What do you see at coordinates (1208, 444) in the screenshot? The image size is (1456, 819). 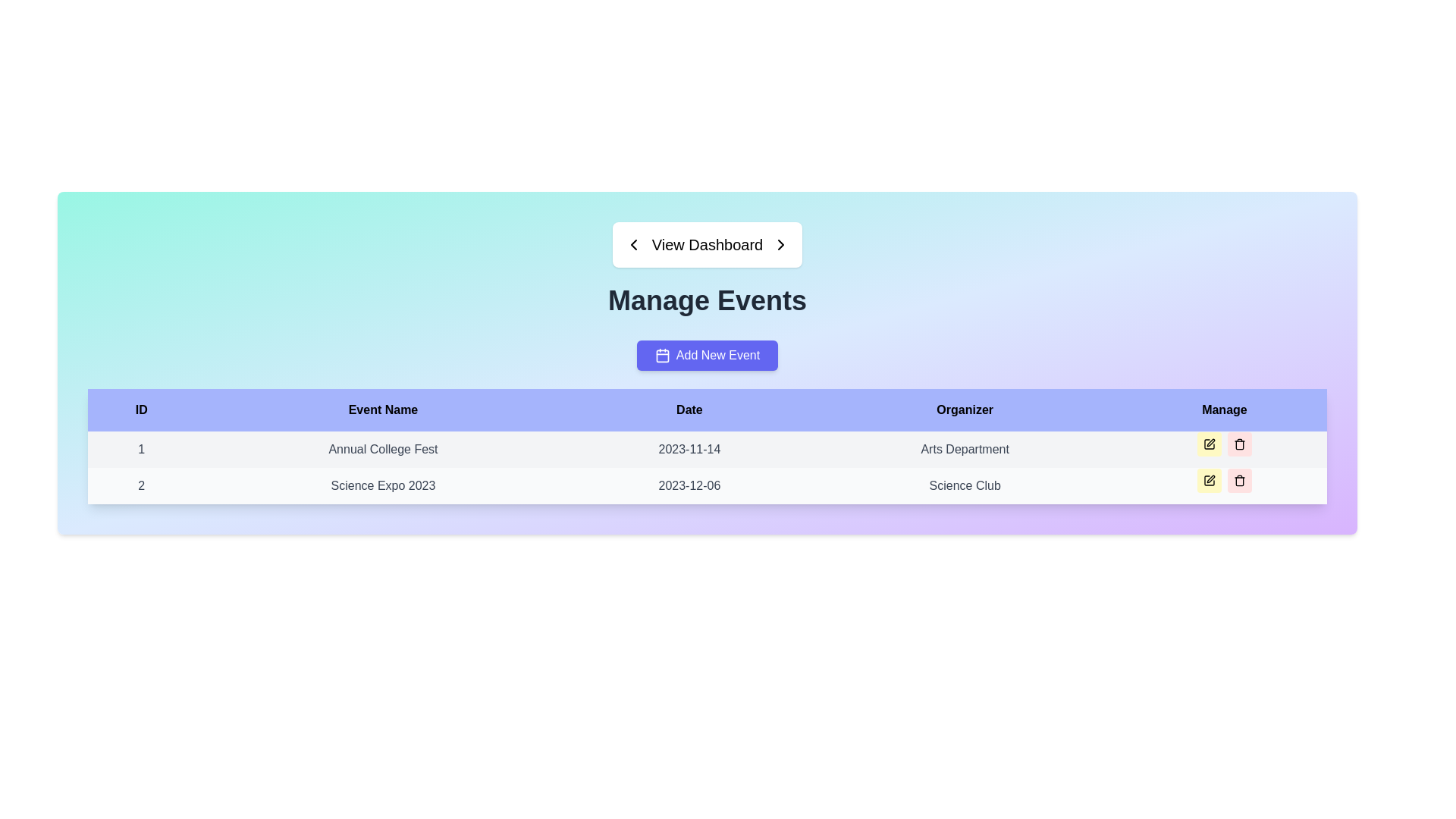 I see `the edit button in the 'Manage' column of the first row of the table` at bounding box center [1208, 444].